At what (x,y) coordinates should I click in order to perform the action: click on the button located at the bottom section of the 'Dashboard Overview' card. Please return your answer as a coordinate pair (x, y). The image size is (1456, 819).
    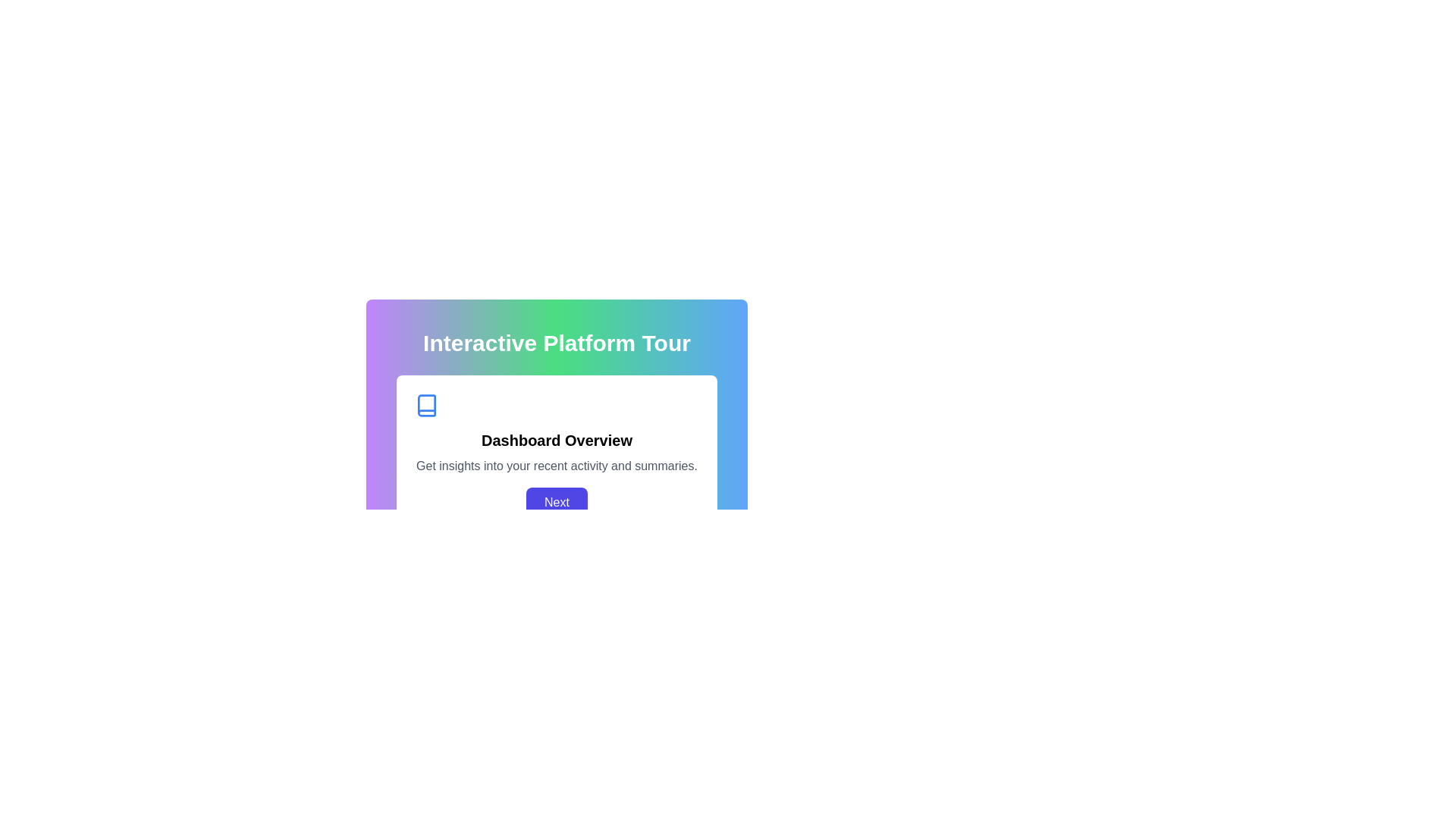
    Looking at the image, I should click on (556, 503).